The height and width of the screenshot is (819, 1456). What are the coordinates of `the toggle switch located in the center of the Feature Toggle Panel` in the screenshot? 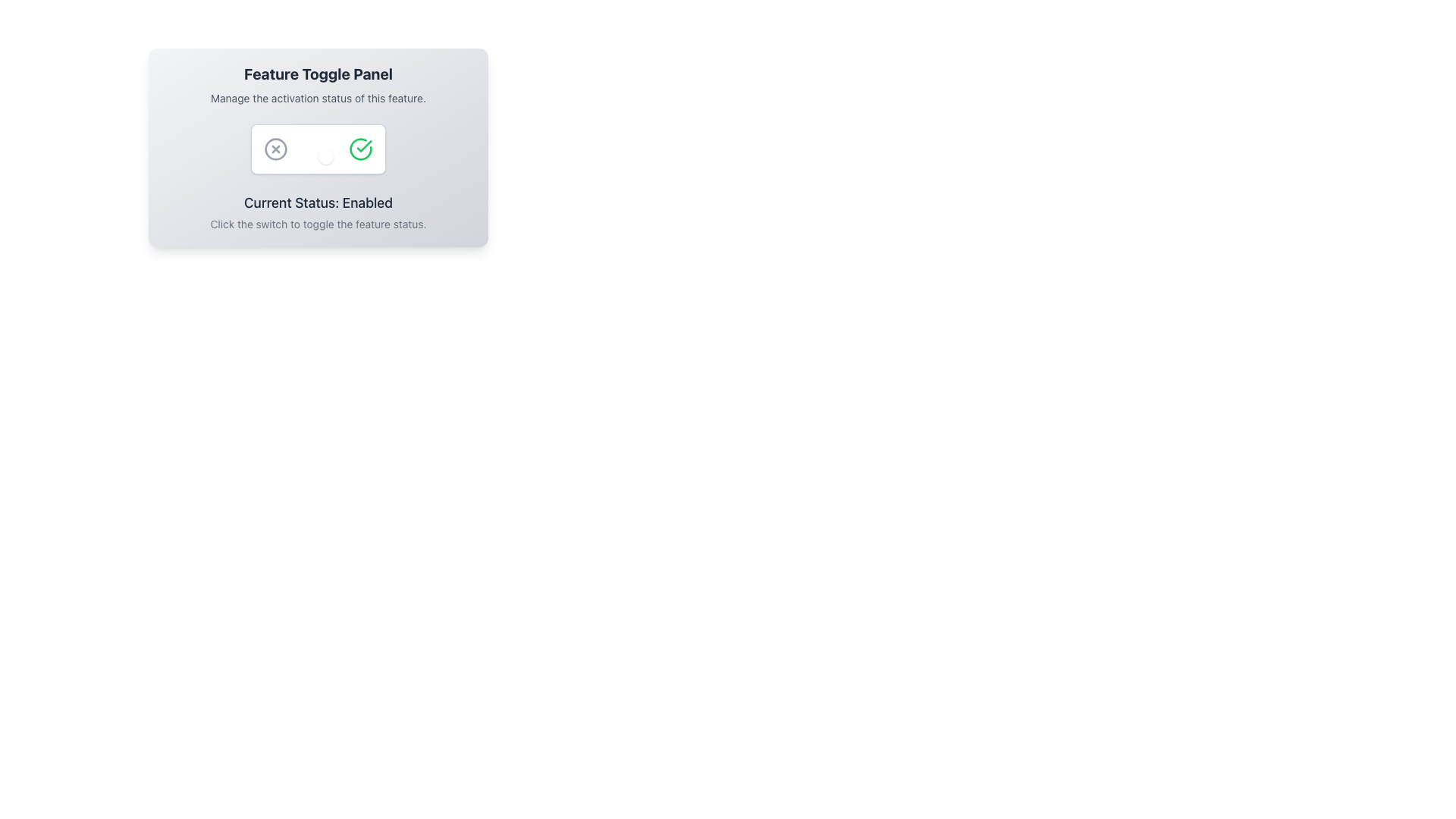 It's located at (318, 149).